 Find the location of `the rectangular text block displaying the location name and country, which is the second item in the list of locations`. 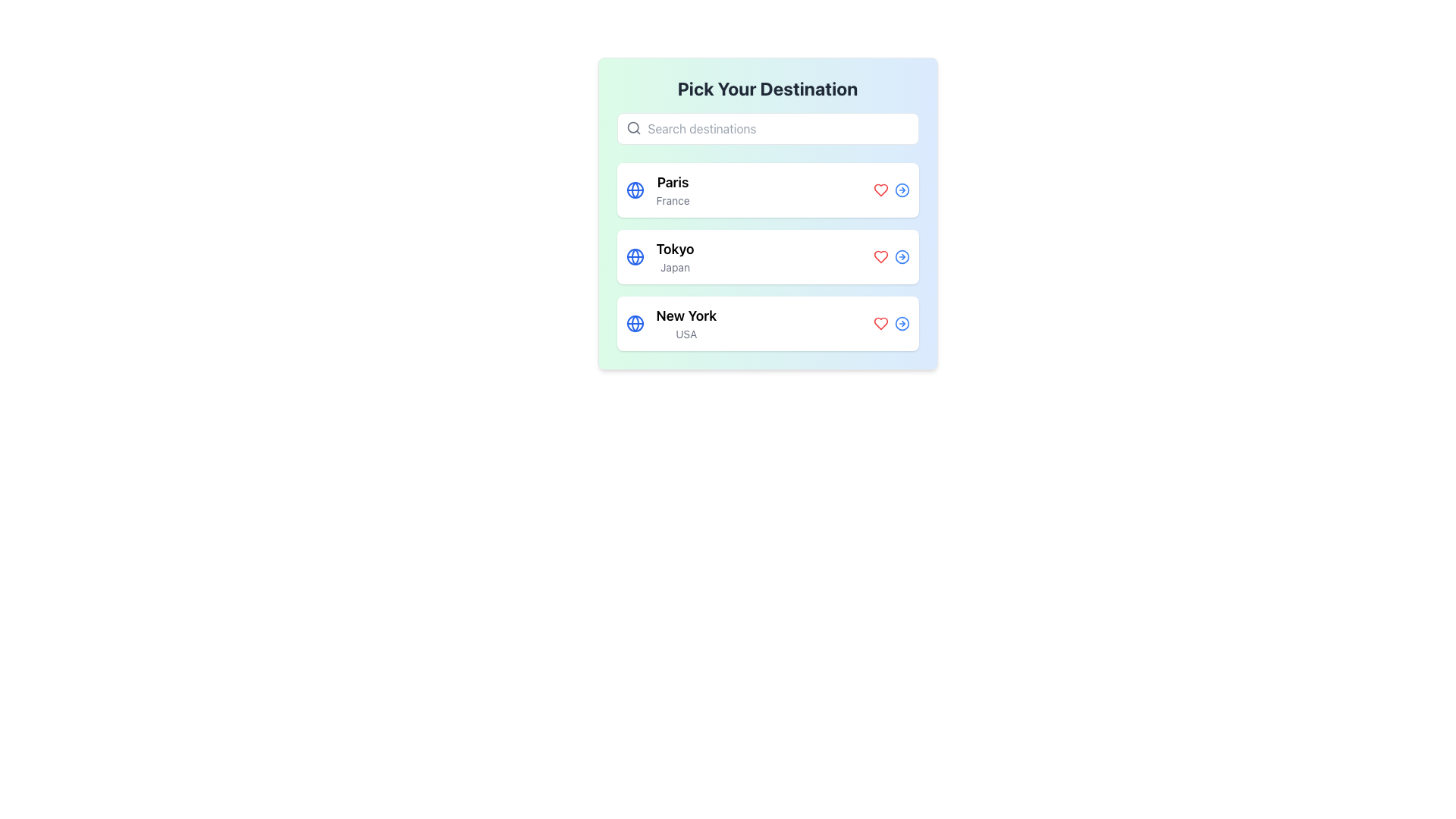

the rectangular text block displaying the location name and country, which is the second item in the list of locations is located at coordinates (660, 256).